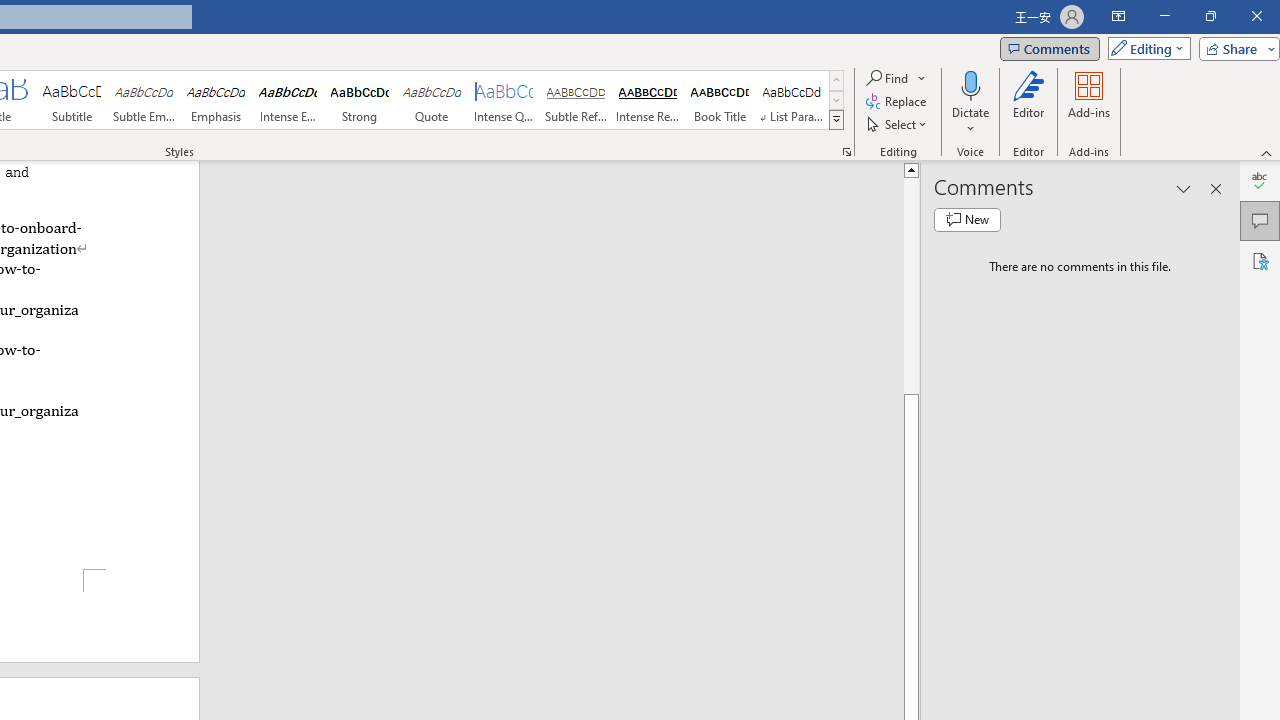 Image resolution: width=1280 pixels, height=720 pixels. What do you see at coordinates (896, 101) in the screenshot?
I see `'Replace...'` at bounding box center [896, 101].